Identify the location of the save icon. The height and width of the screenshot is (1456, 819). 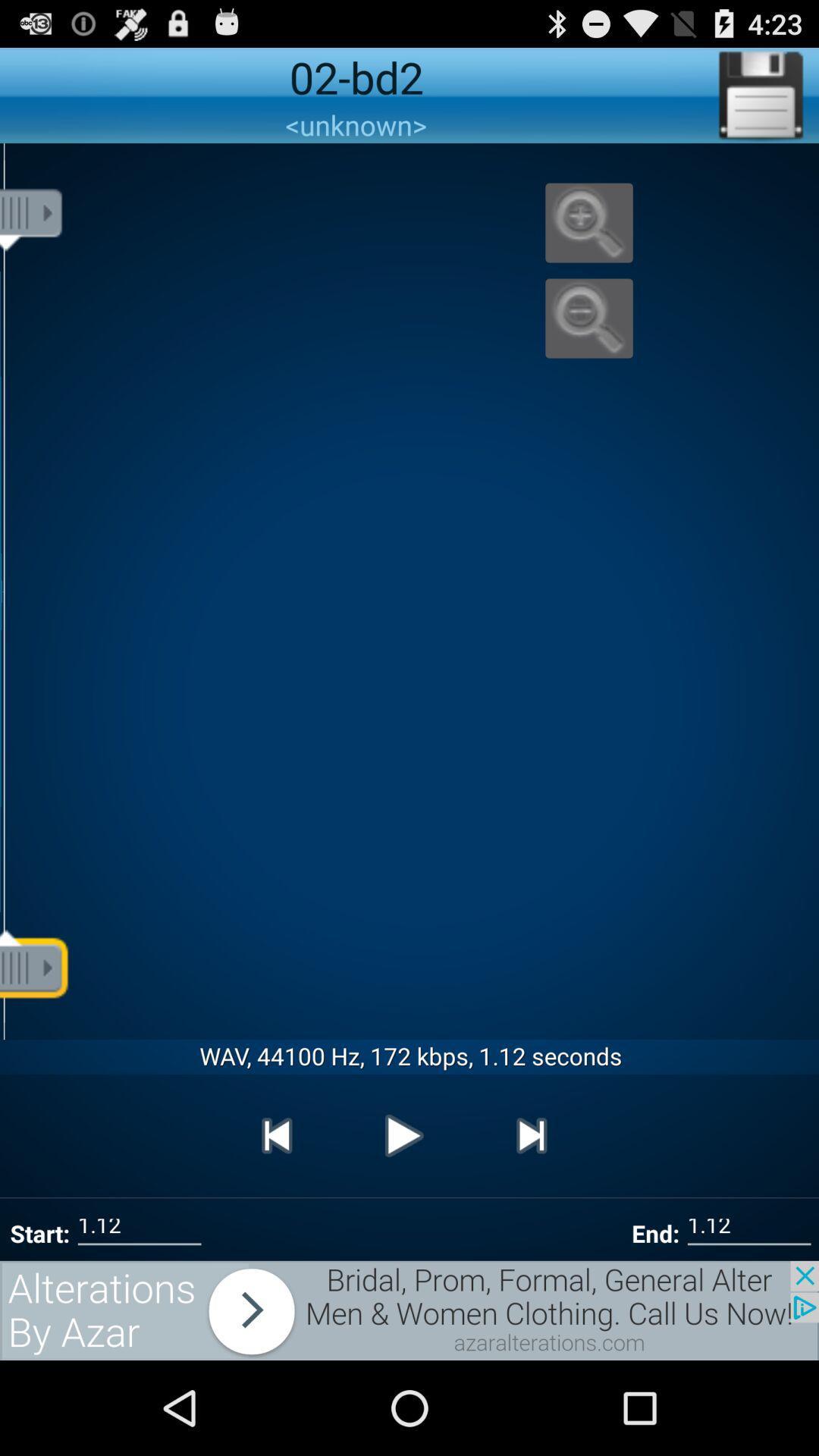
(761, 101).